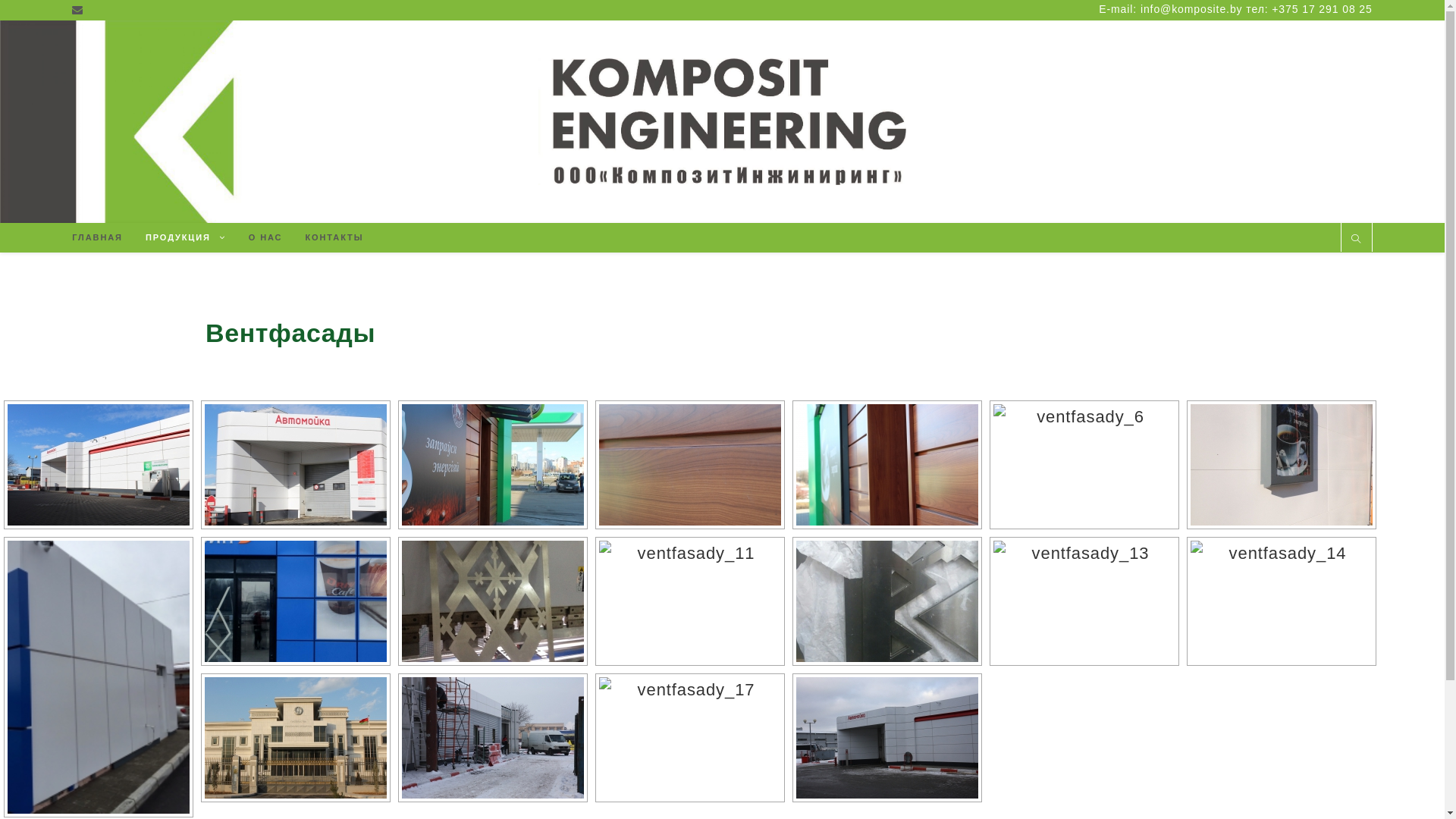 Image resolution: width=1456 pixels, height=819 pixels. What do you see at coordinates (795, 601) in the screenshot?
I see `'ventfasady_12'` at bounding box center [795, 601].